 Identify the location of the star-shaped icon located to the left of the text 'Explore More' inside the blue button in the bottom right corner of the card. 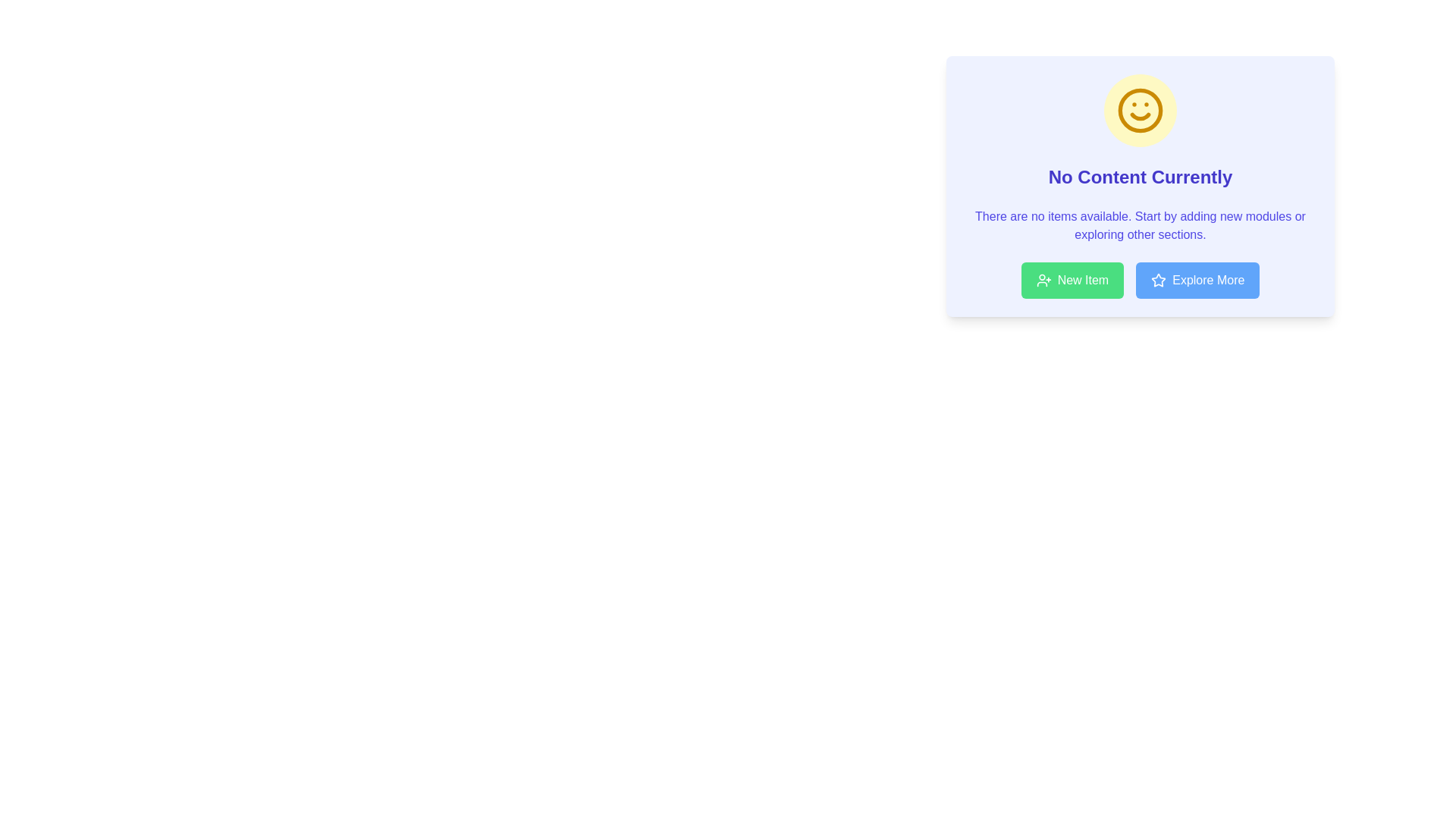
(1158, 281).